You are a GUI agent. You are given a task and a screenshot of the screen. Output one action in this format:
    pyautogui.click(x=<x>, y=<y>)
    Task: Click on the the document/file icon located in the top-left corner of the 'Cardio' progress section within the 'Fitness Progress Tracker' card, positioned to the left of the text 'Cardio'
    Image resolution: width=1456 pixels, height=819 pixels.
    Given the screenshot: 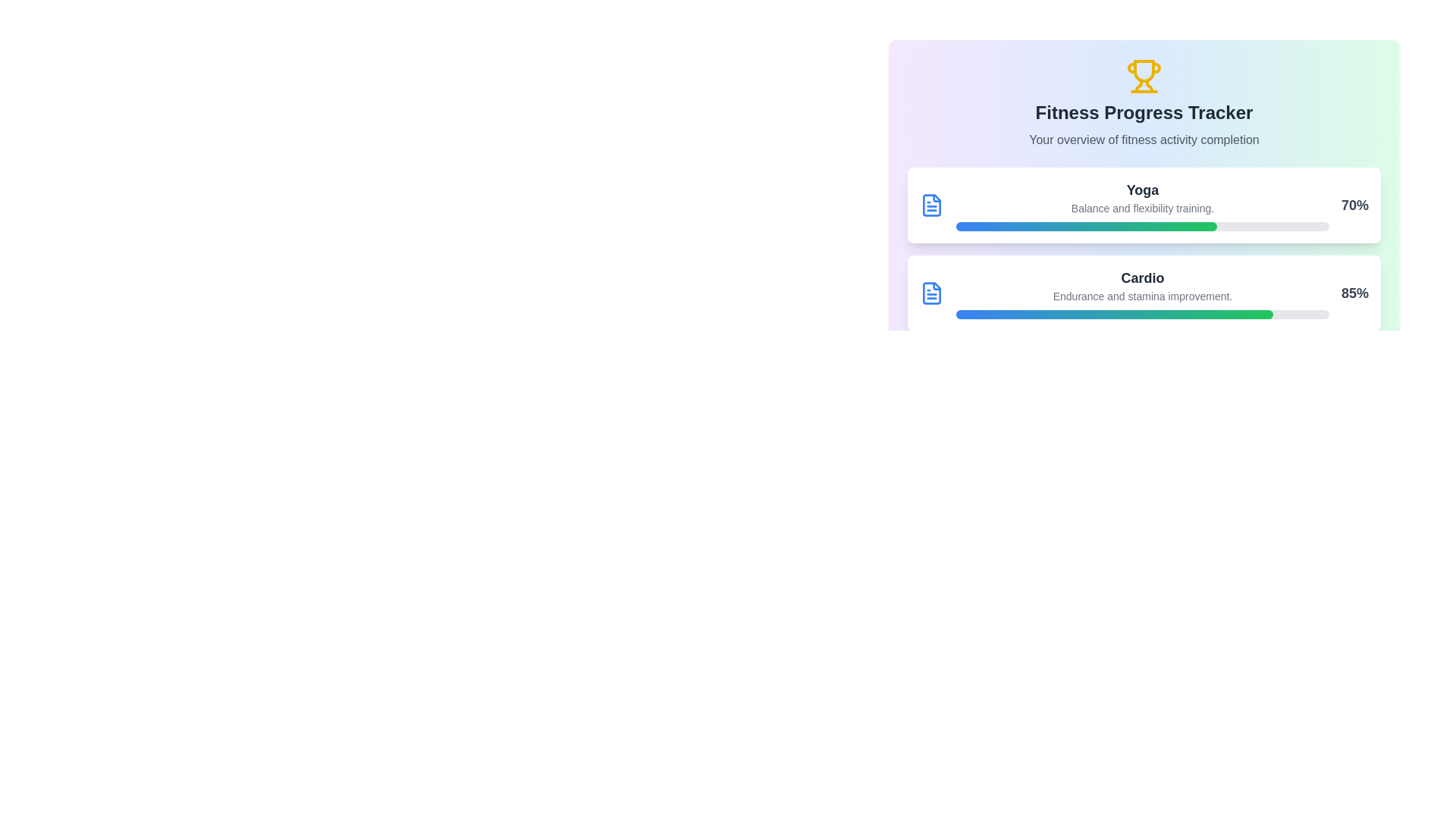 What is the action you would take?
    pyautogui.click(x=930, y=293)
    